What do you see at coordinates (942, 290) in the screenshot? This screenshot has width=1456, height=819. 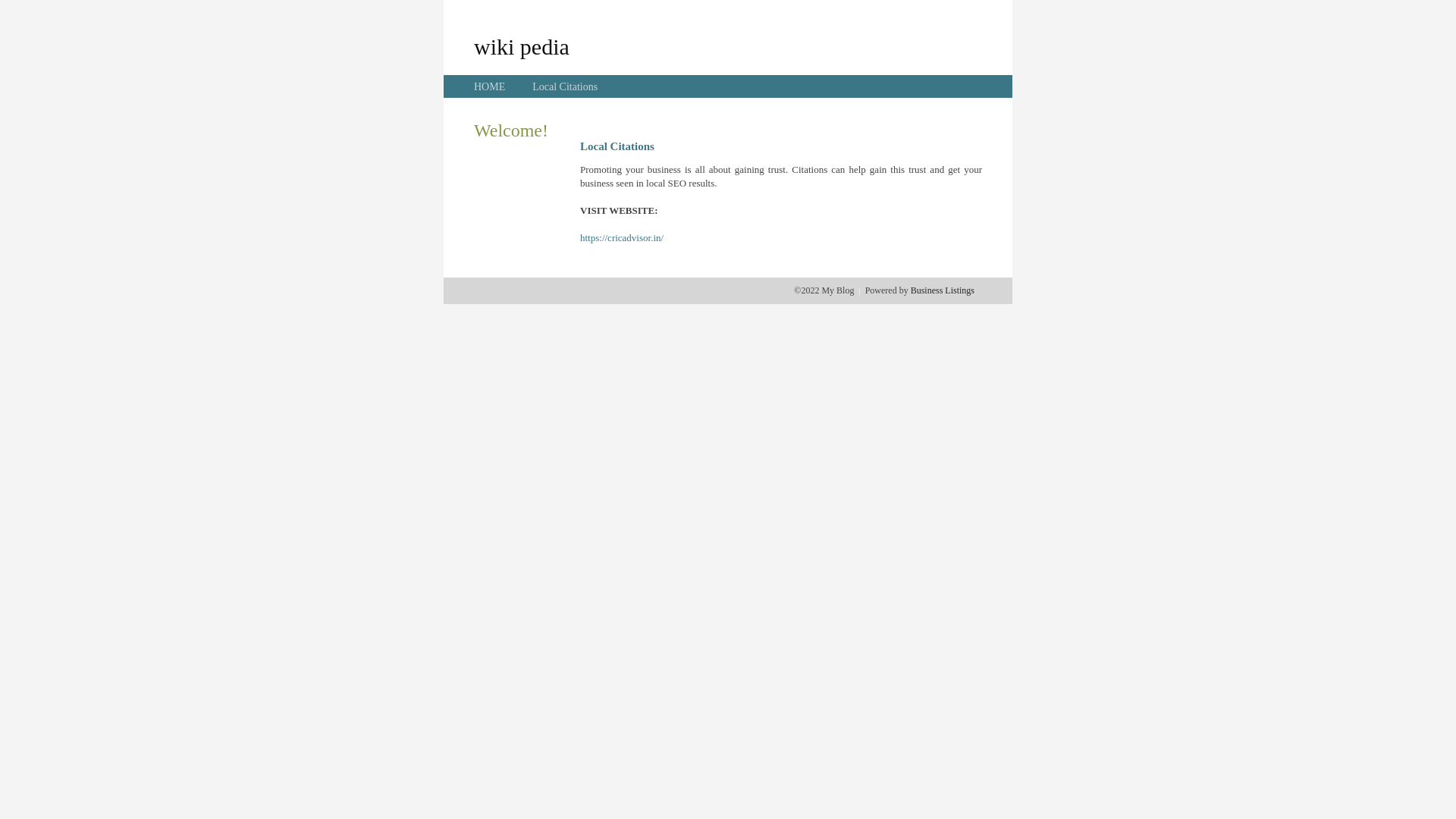 I see `'Business Listings'` at bounding box center [942, 290].